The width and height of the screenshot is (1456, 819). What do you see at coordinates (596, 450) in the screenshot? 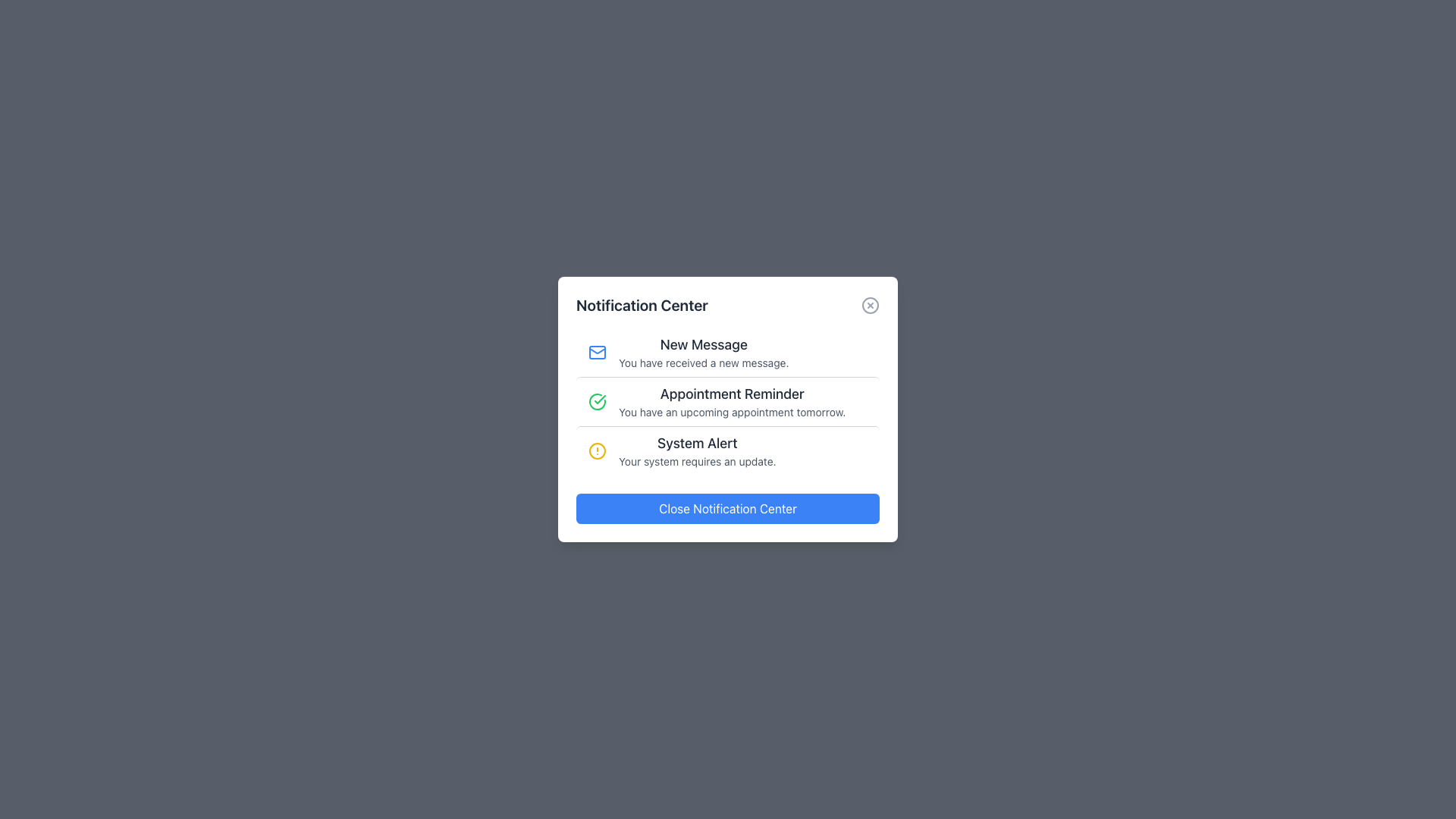
I see `the yellow circular icon with an alert symbol inside, located to the left of the 'System Alert' label in the notification center` at bounding box center [596, 450].